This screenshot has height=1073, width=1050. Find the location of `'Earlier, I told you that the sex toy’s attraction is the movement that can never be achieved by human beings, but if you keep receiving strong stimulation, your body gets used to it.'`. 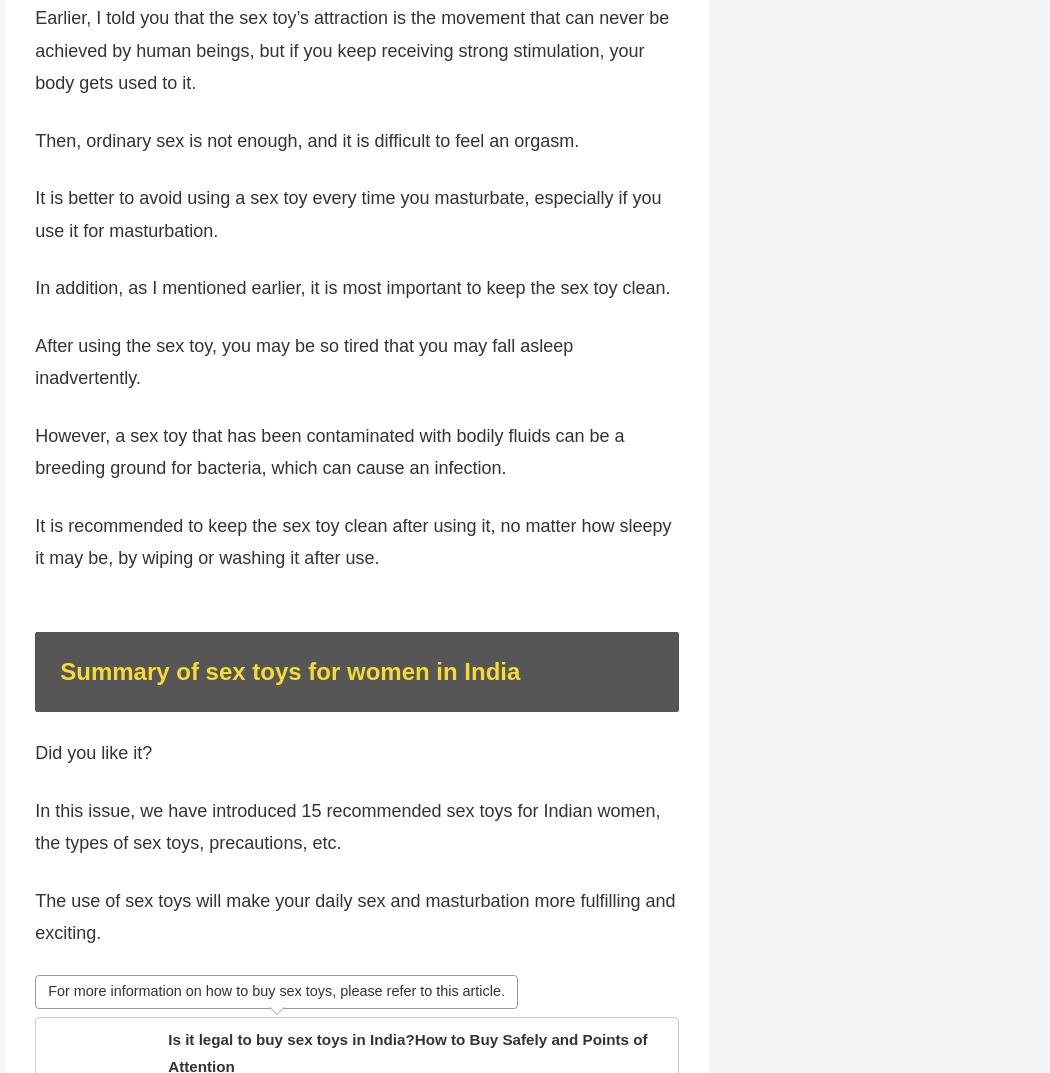

'Earlier, I told you that the sex toy’s attraction is the movement that can never be achieved by human beings, but if you keep receiving strong stimulation, your body gets used to it.' is located at coordinates (350, 87).